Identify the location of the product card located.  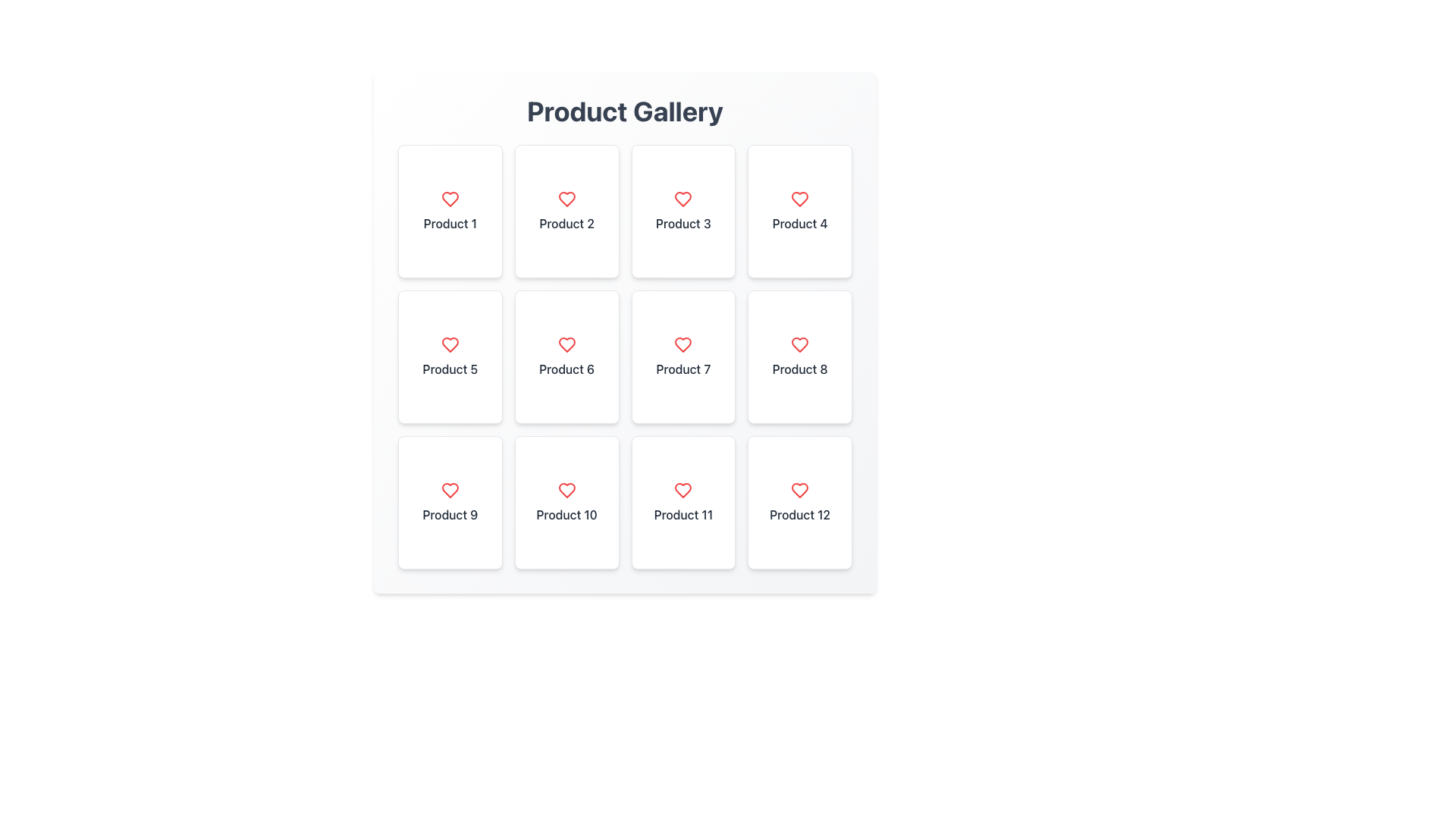
(449, 211).